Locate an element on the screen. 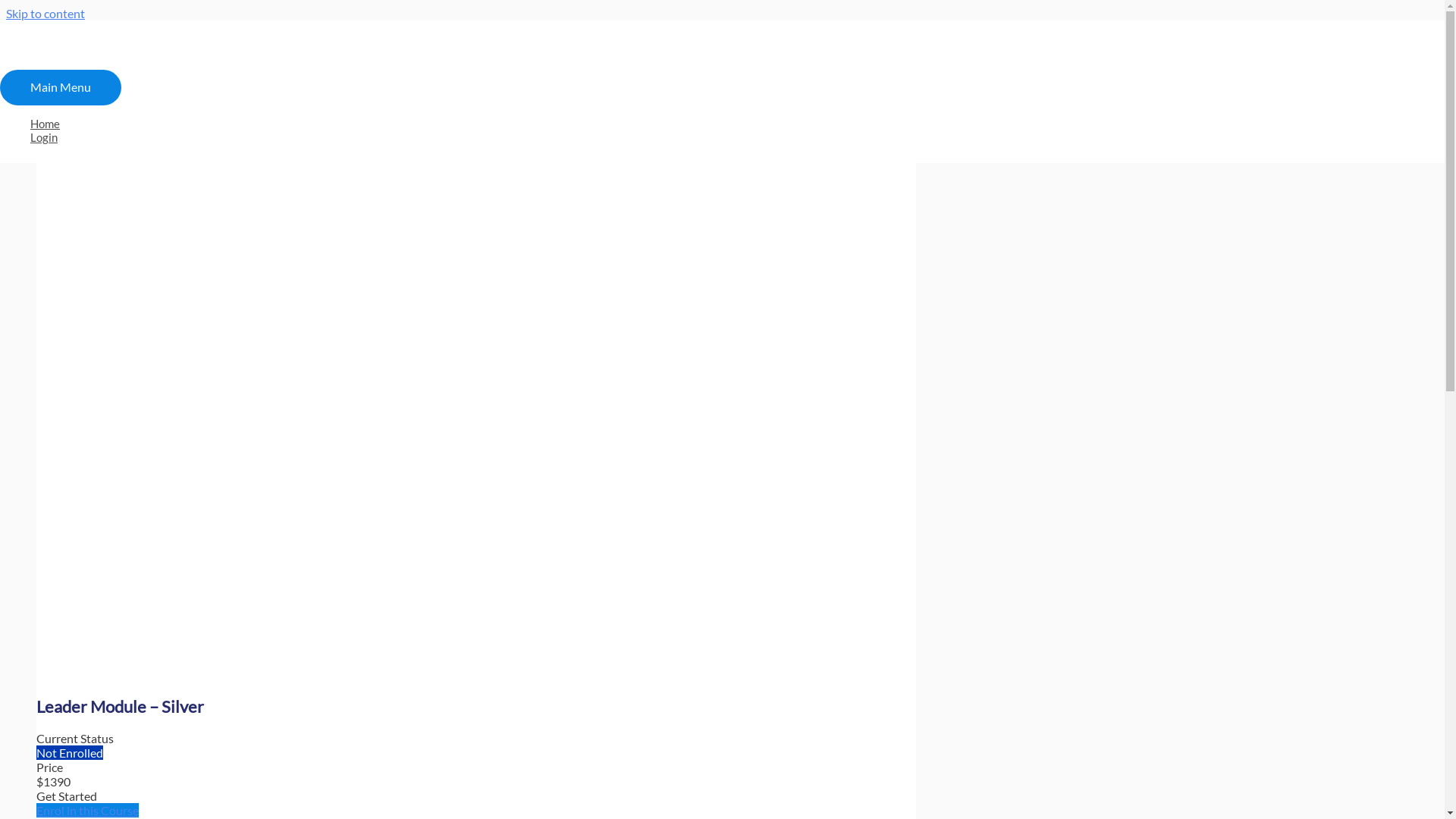  'Home' is located at coordinates (484, 122).